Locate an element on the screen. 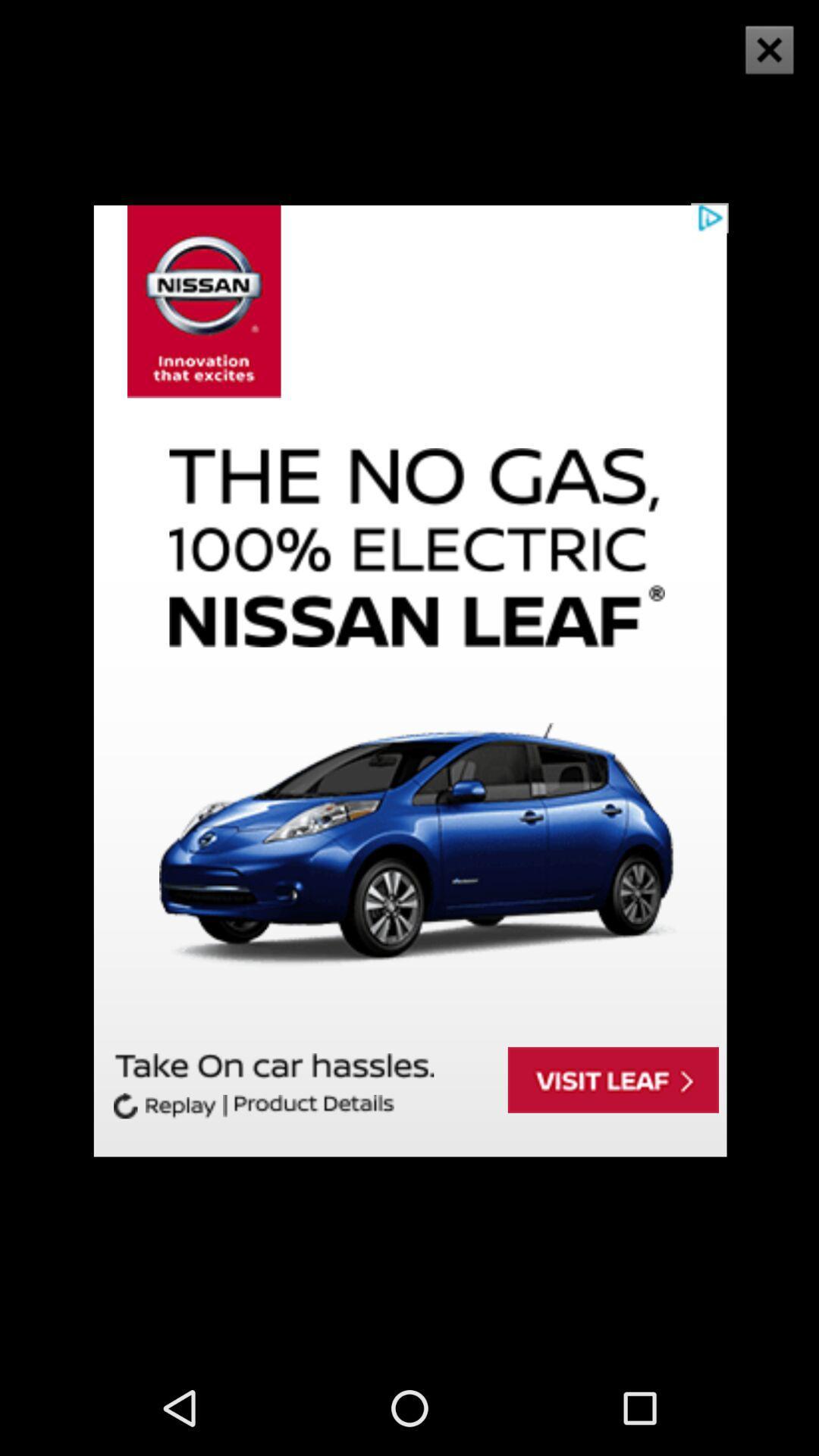  the close icon is located at coordinates (769, 53).